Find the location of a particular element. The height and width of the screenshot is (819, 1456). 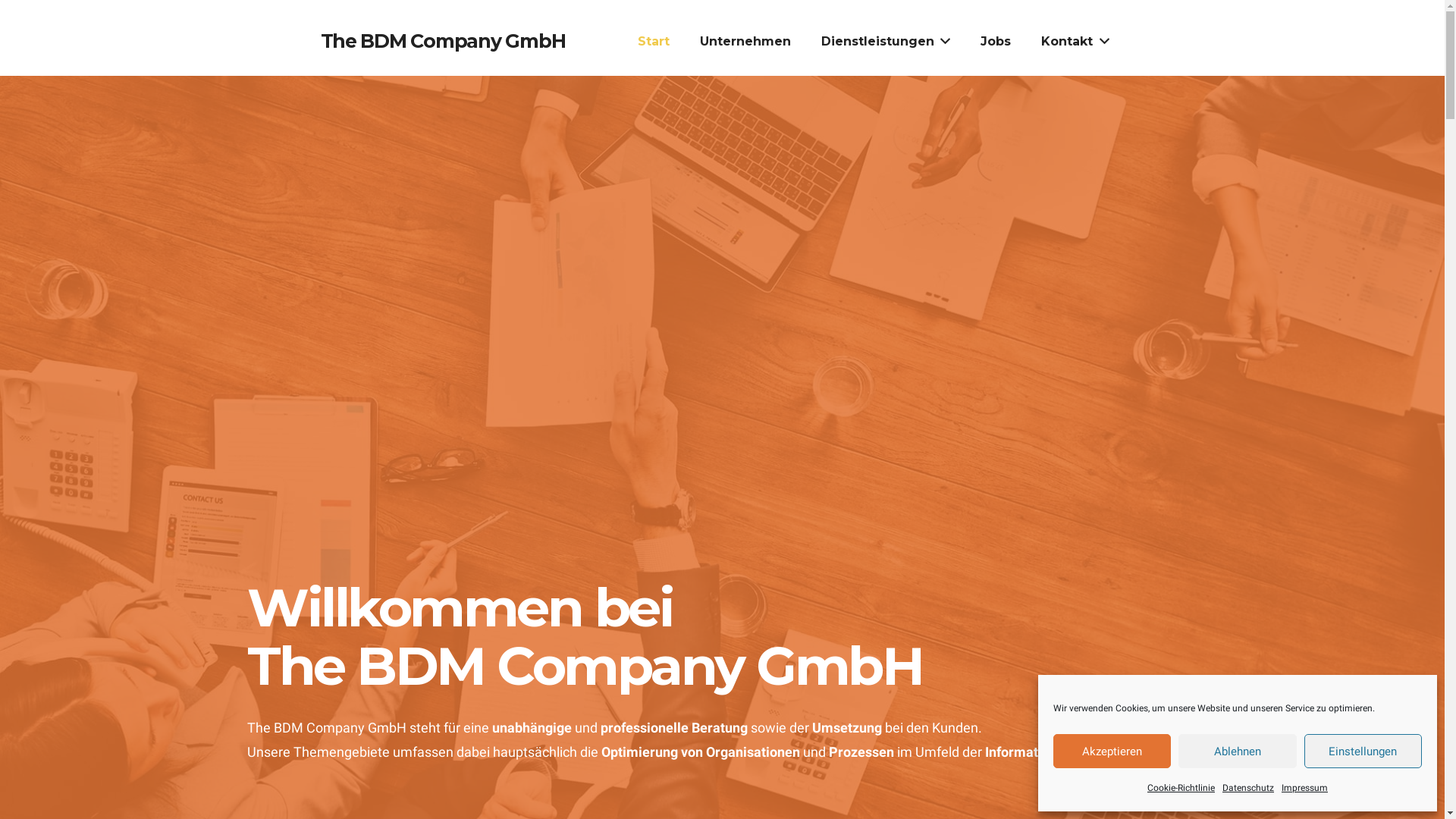

'Start' is located at coordinates (654, 40).